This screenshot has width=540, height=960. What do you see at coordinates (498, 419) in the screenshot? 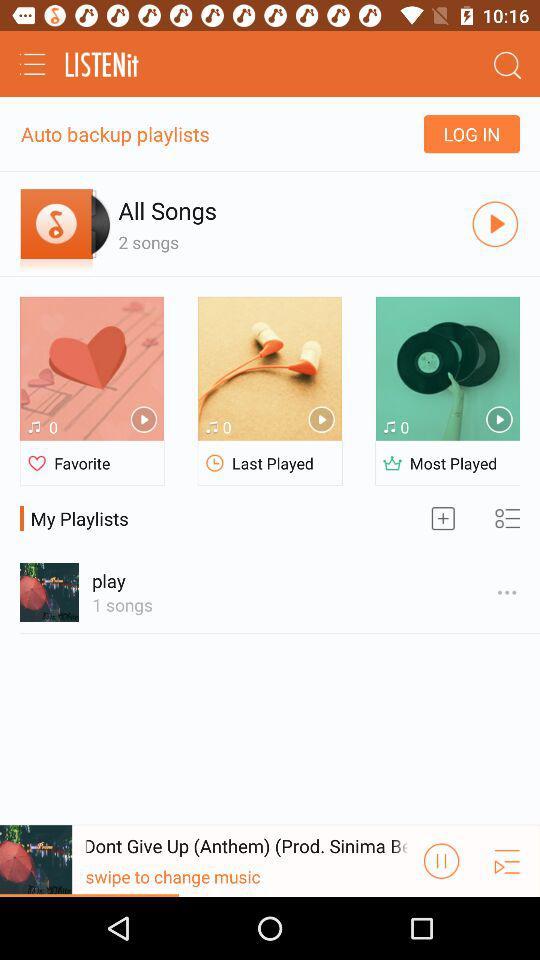
I see `the button which is above most played` at bounding box center [498, 419].